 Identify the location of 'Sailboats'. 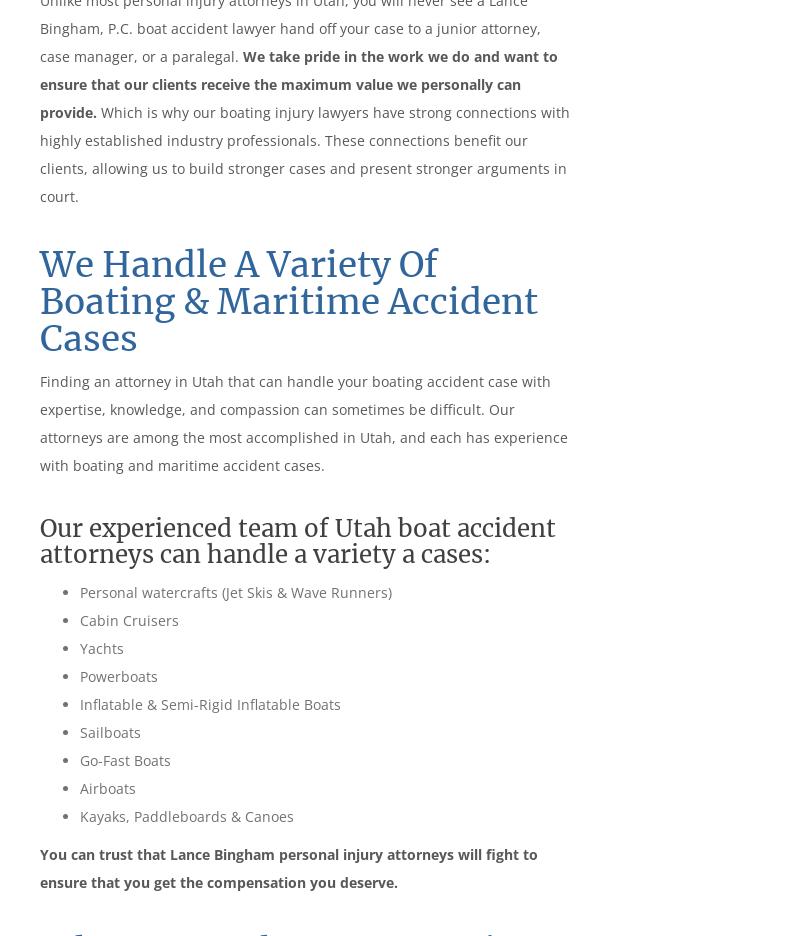
(80, 730).